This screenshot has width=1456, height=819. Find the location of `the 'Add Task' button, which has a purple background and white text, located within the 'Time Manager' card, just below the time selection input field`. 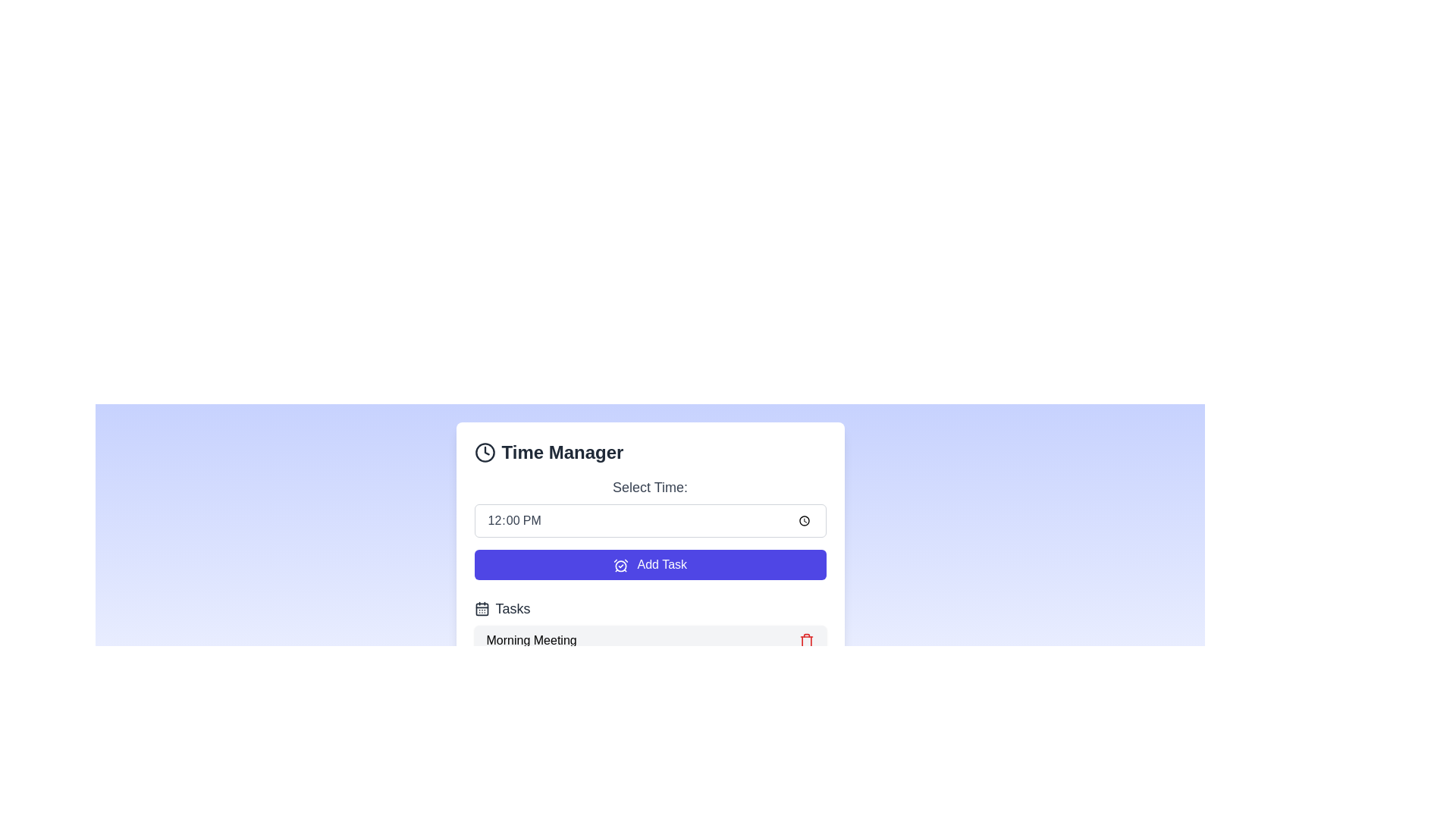

the 'Add Task' button, which has a purple background and white text, located within the 'Time Manager' card, just below the time selection input field is located at coordinates (650, 564).